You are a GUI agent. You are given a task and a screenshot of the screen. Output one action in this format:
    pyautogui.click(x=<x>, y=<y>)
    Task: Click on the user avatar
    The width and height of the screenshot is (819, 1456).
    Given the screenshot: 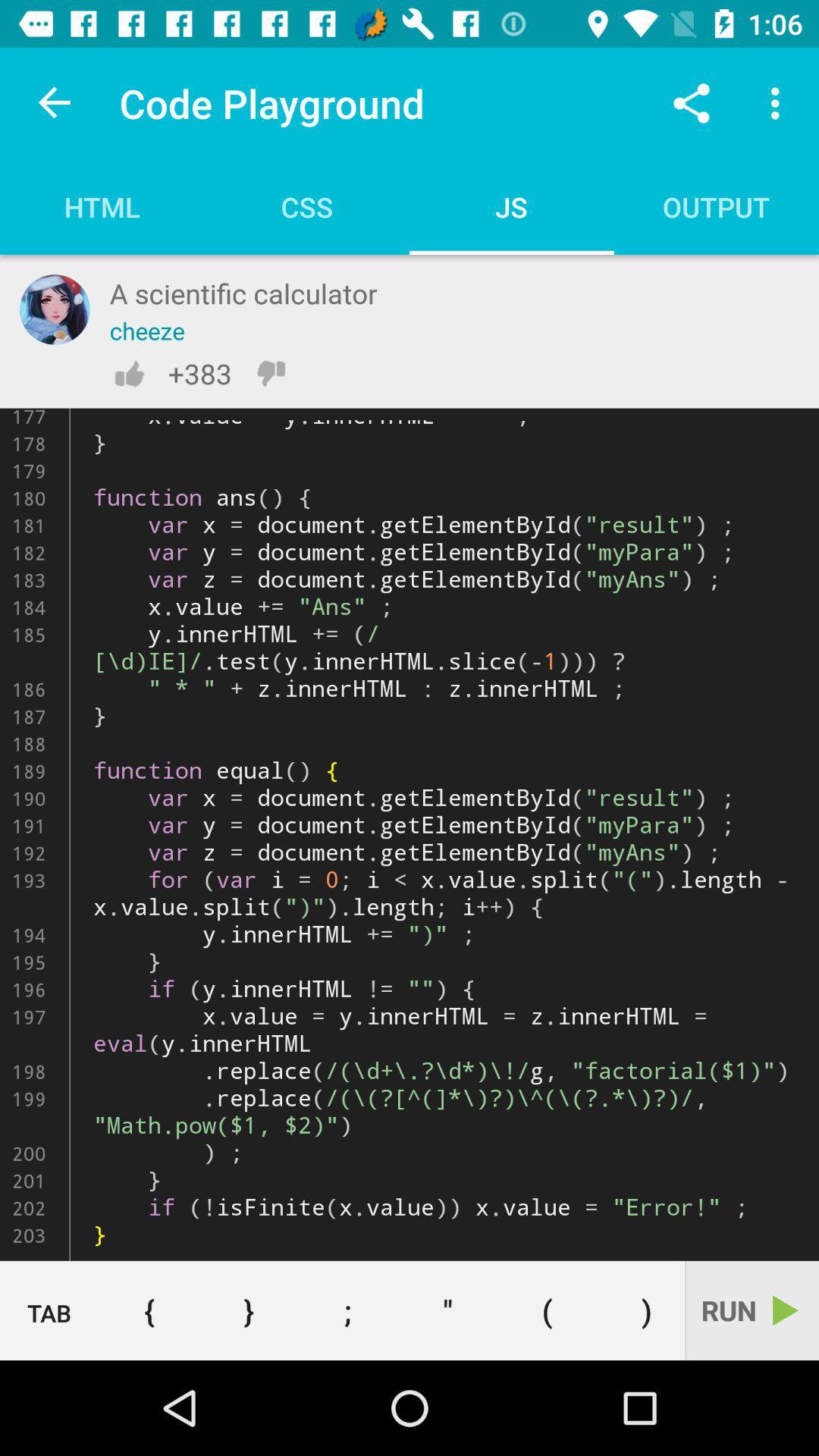 What is the action you would take?
    pyautogui.click(x=54, y=309)
    